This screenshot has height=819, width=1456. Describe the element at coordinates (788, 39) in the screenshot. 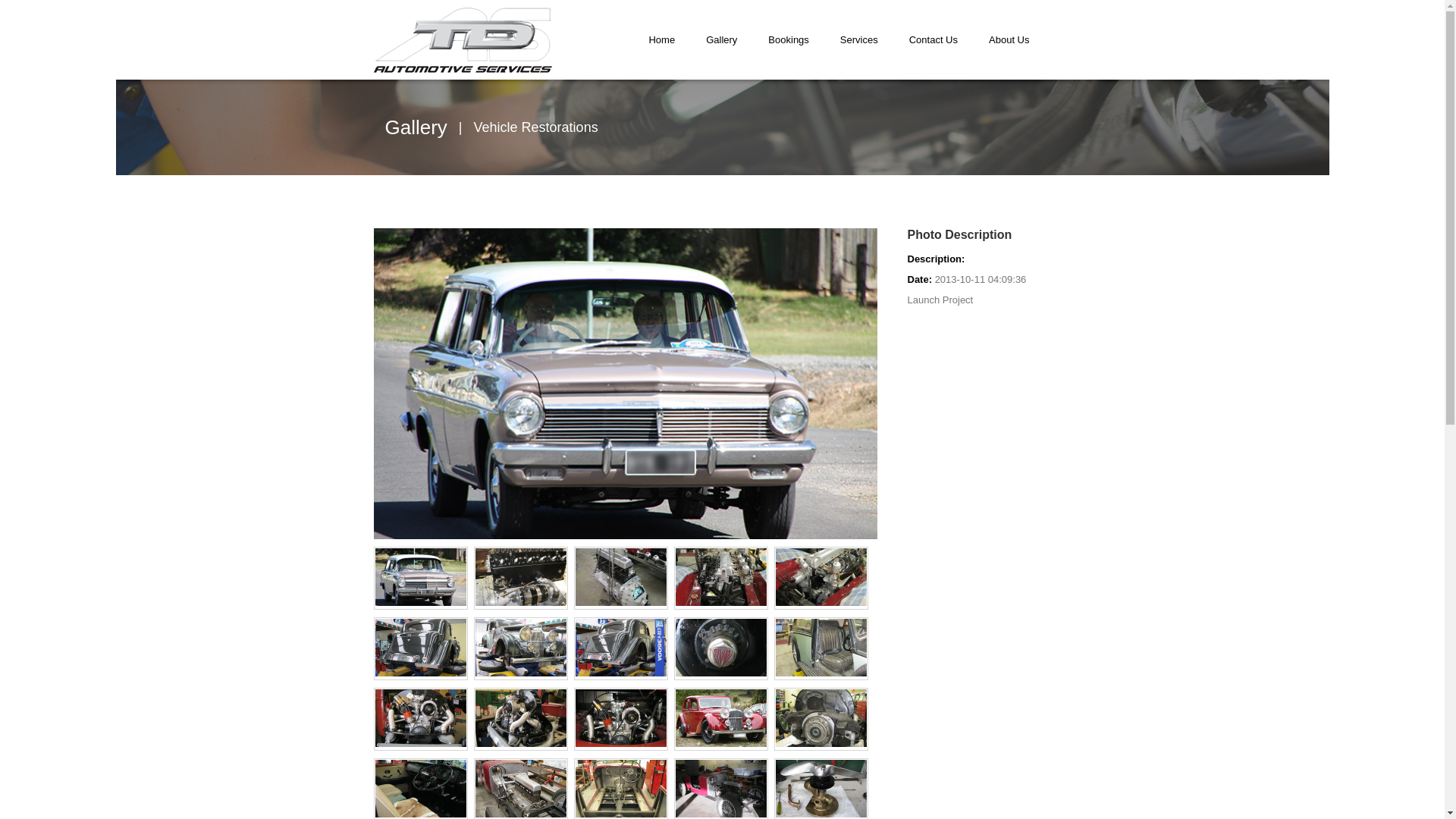

I see `'Bookings'` at that location.